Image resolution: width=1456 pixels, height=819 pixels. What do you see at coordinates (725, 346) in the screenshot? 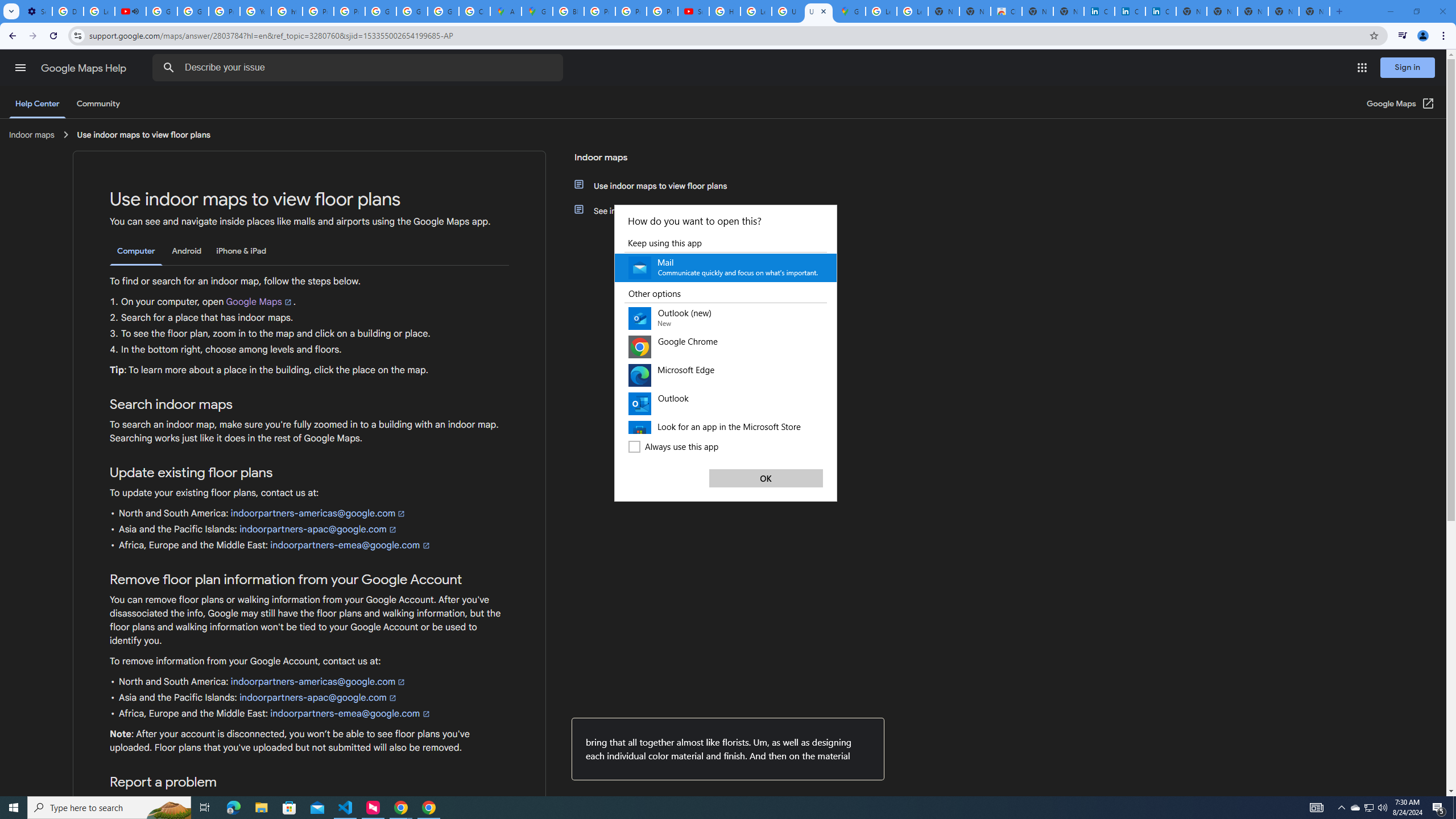
I see `'Google Chrome'` at bounding box center [725, 346].